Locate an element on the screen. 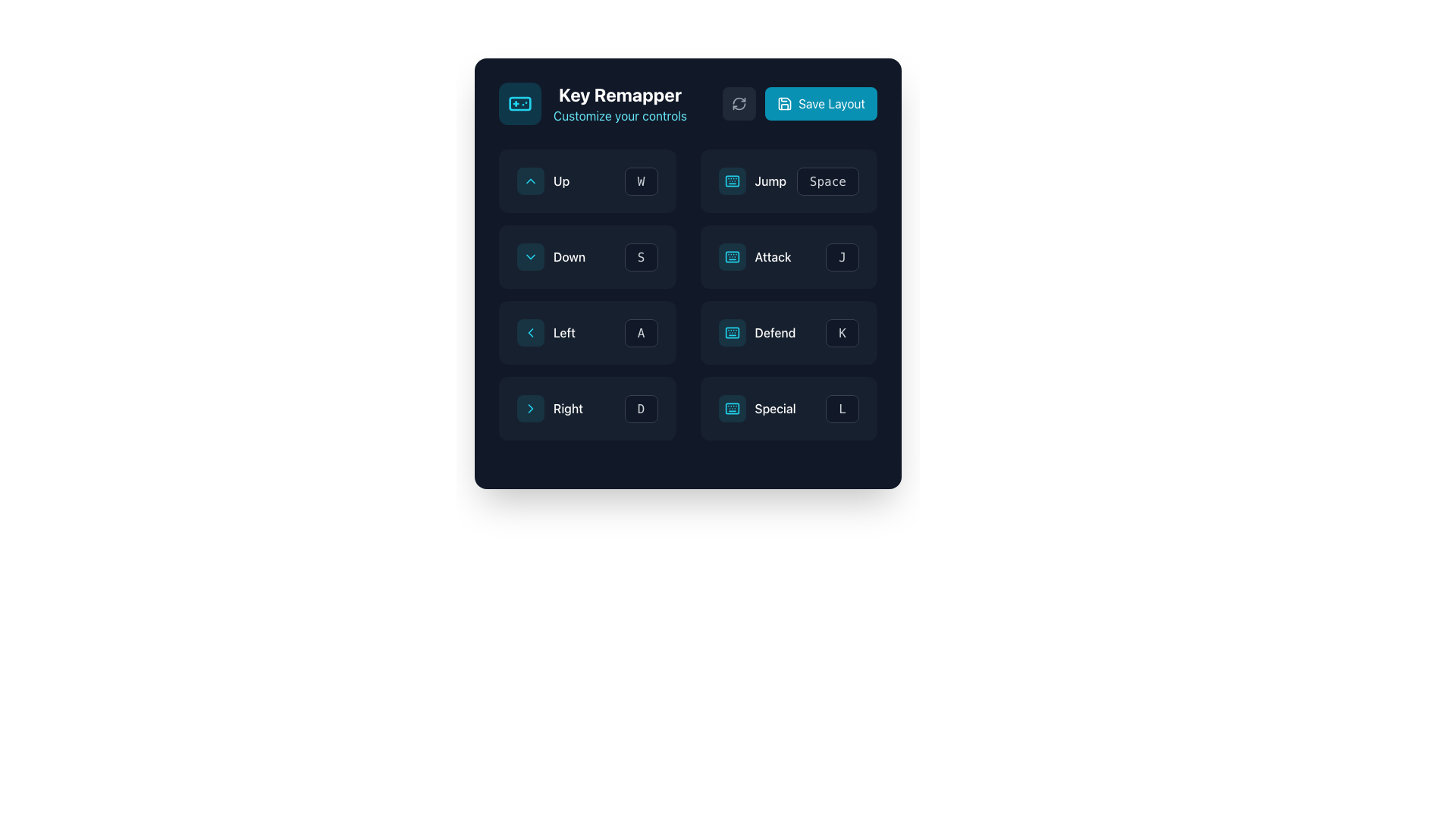  the 'S' key button in the key remapping interface is located at coordinates (641, 256).